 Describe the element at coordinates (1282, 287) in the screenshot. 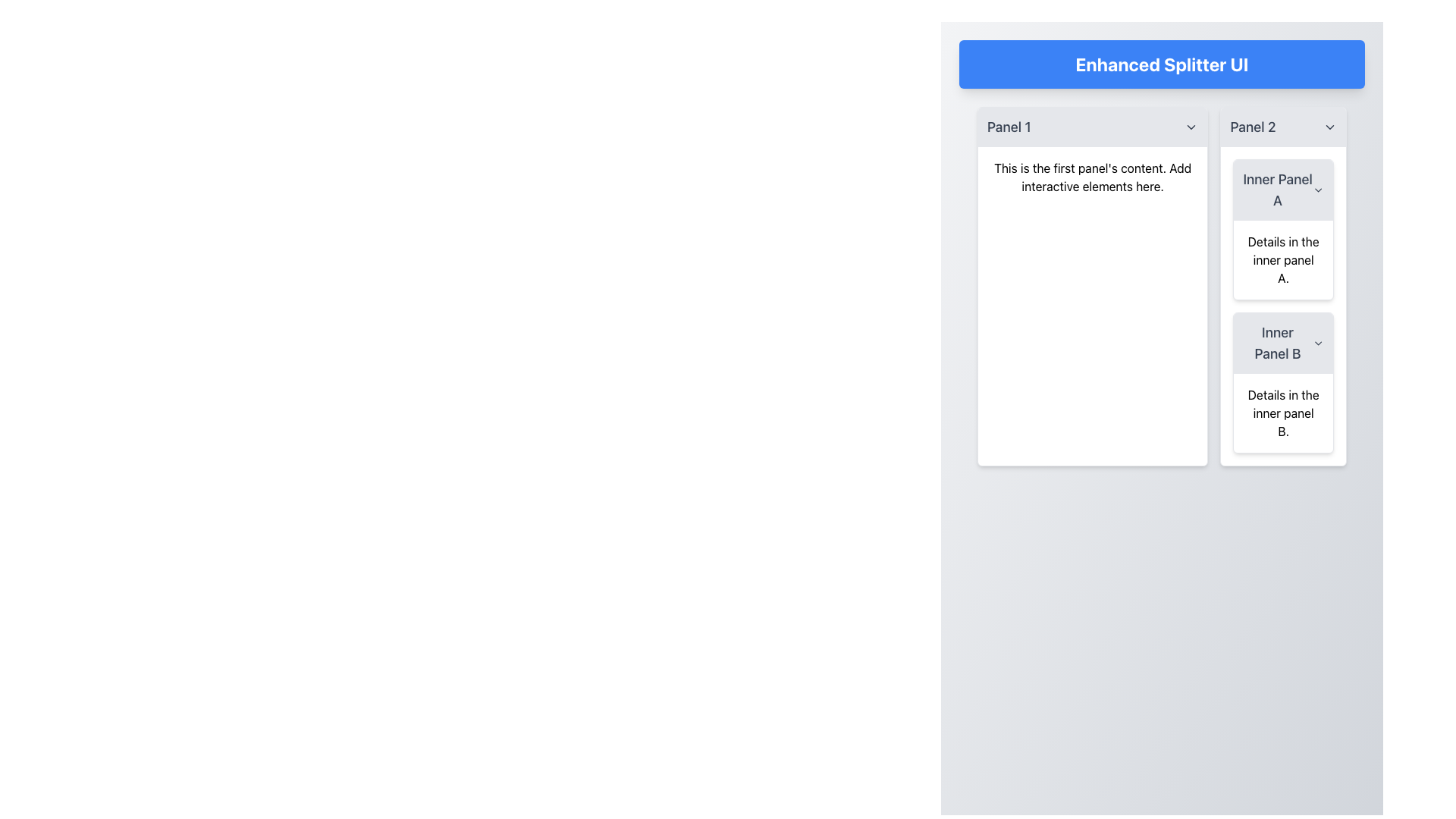

I see `the second collapsible panel with inner sections labeled 'Inner Panel A' and 'Inner Panel B'` at that location.